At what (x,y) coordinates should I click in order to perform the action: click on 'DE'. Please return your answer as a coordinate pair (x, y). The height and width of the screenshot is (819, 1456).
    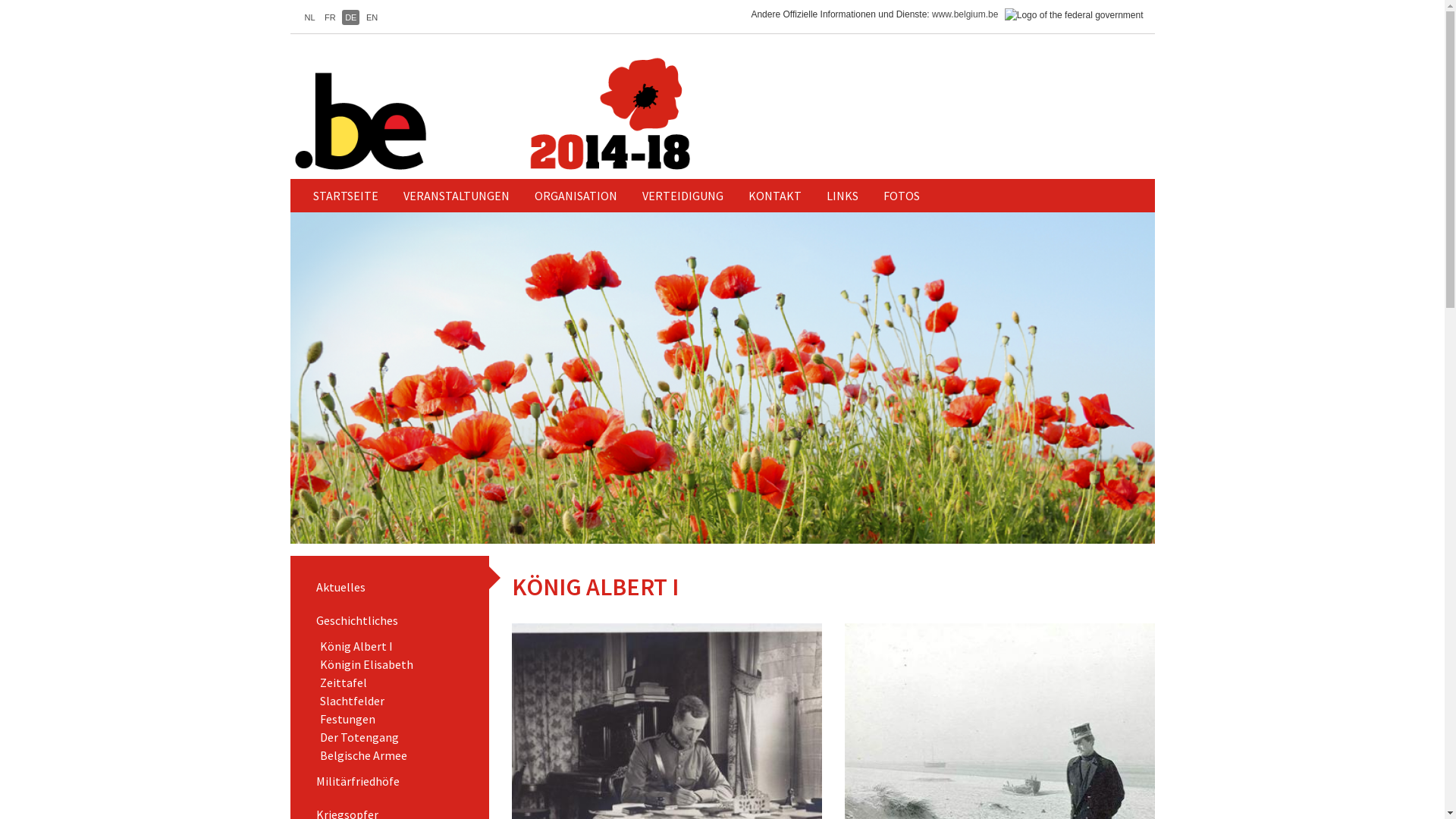
    Looking at the image, I should click on (350, 17).